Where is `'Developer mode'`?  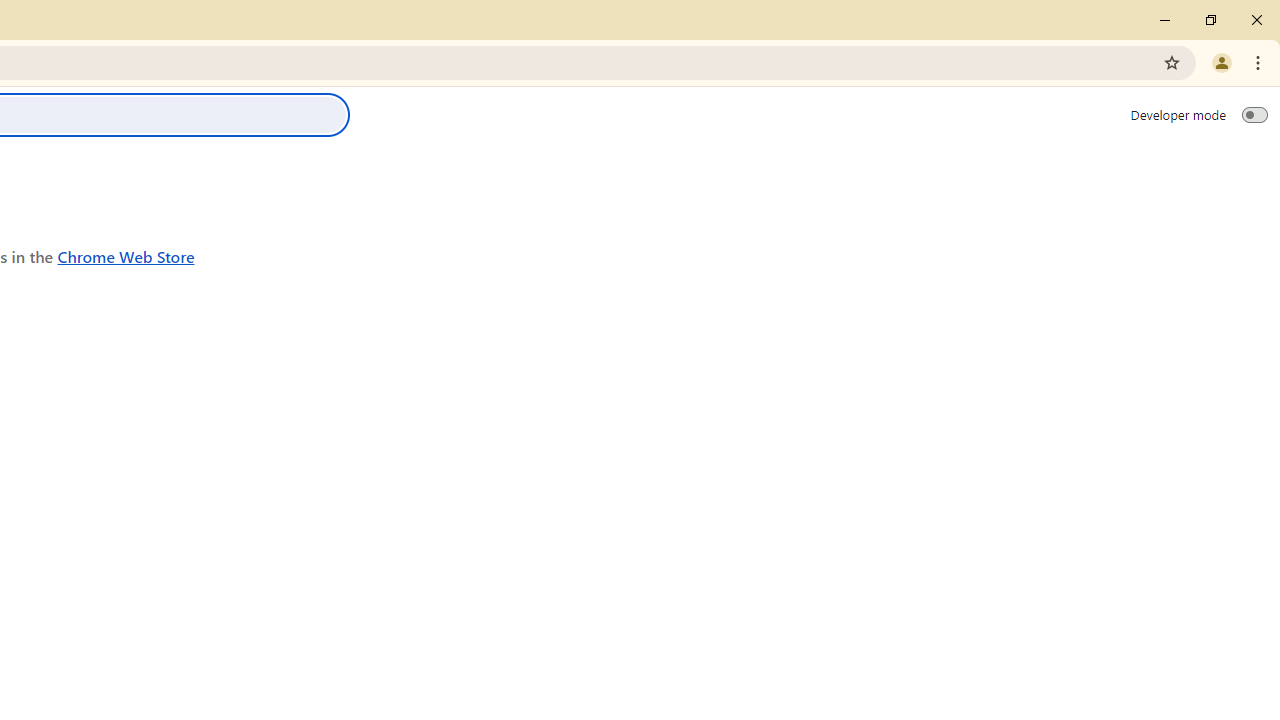
'Developer mode' is located at coordinates (1254, 114).